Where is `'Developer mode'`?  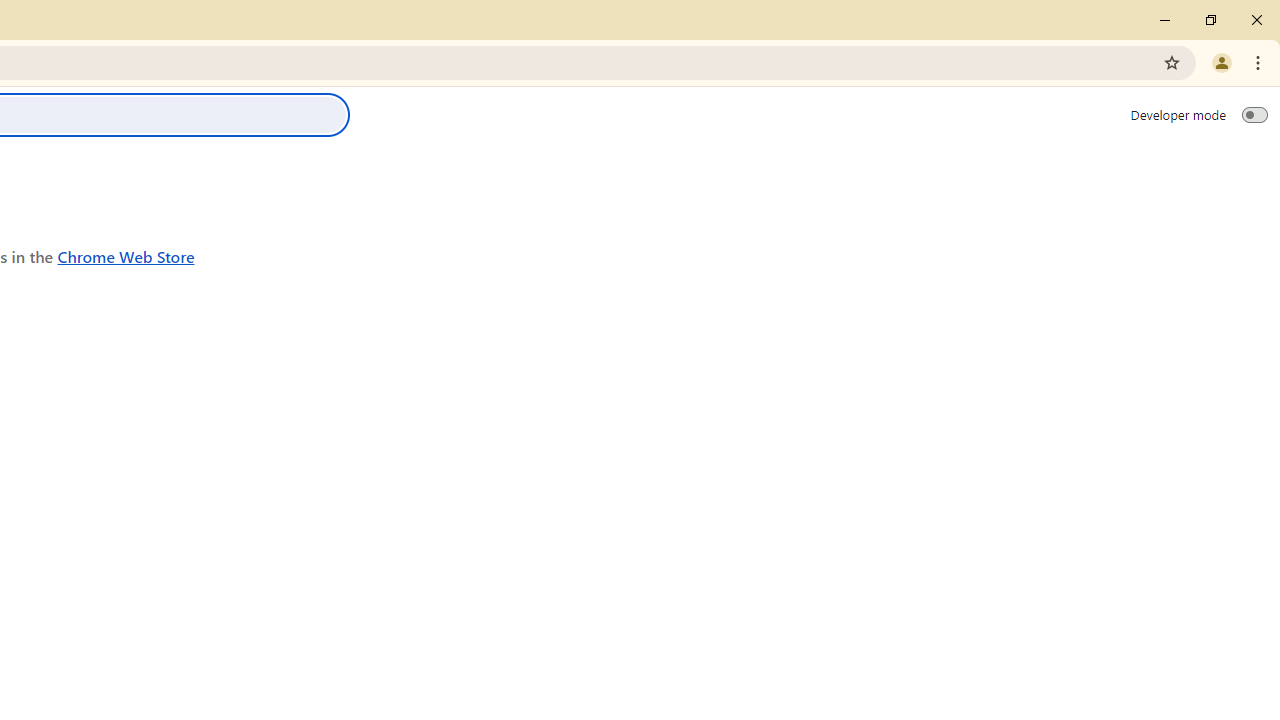
'Developer mode' is located at coordinates (1254, 114).